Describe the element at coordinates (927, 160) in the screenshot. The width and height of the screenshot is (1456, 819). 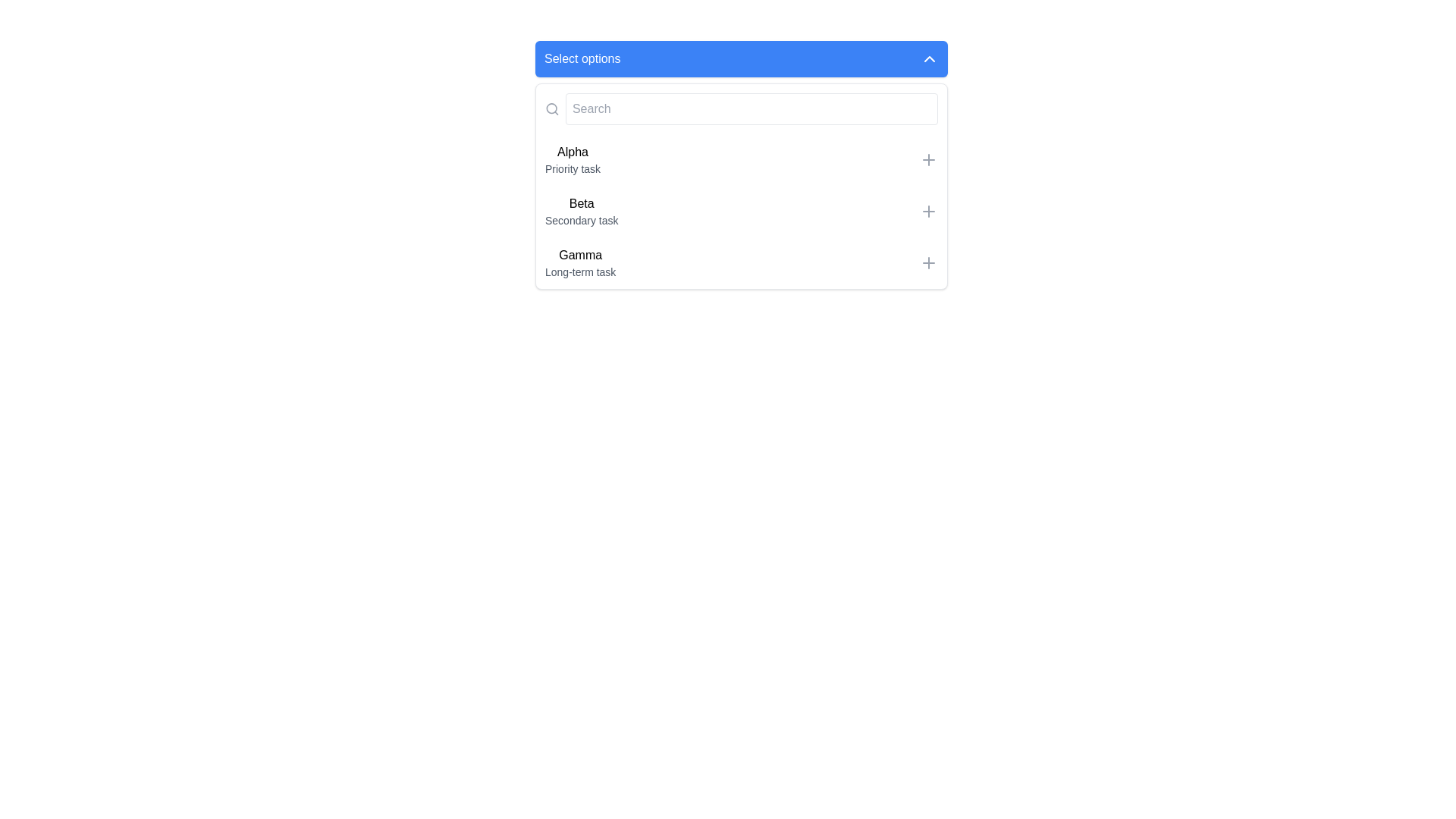
I see `the plus icon button located in the right section of the 'Alpha Priority task' row` at that location.